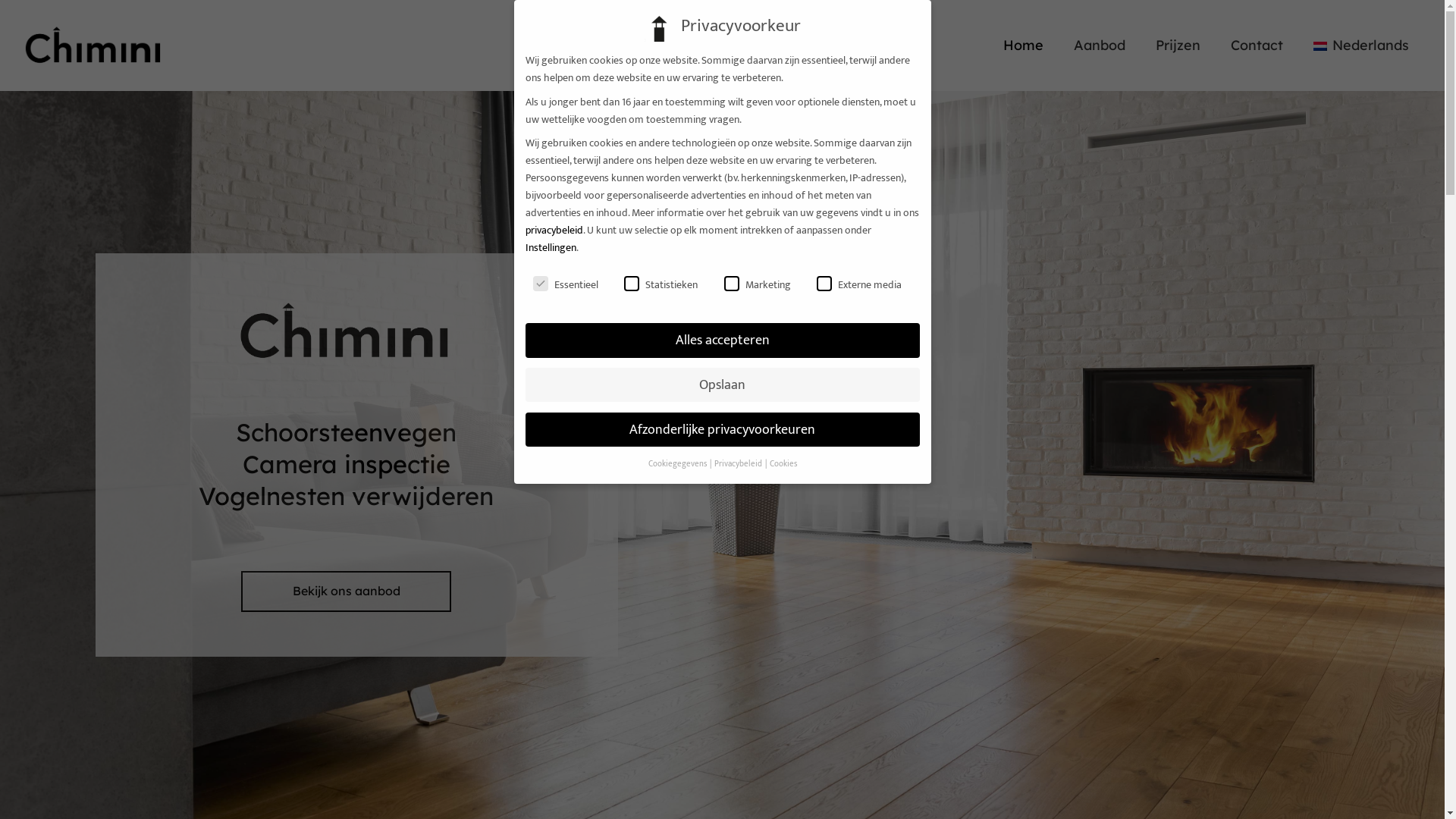 The height and width of the screenshot is (819, 1456). What do you see at coordinates (549, 246) in the screenshot?
I see `'Instellingen'` at bounding box center [549, 246].